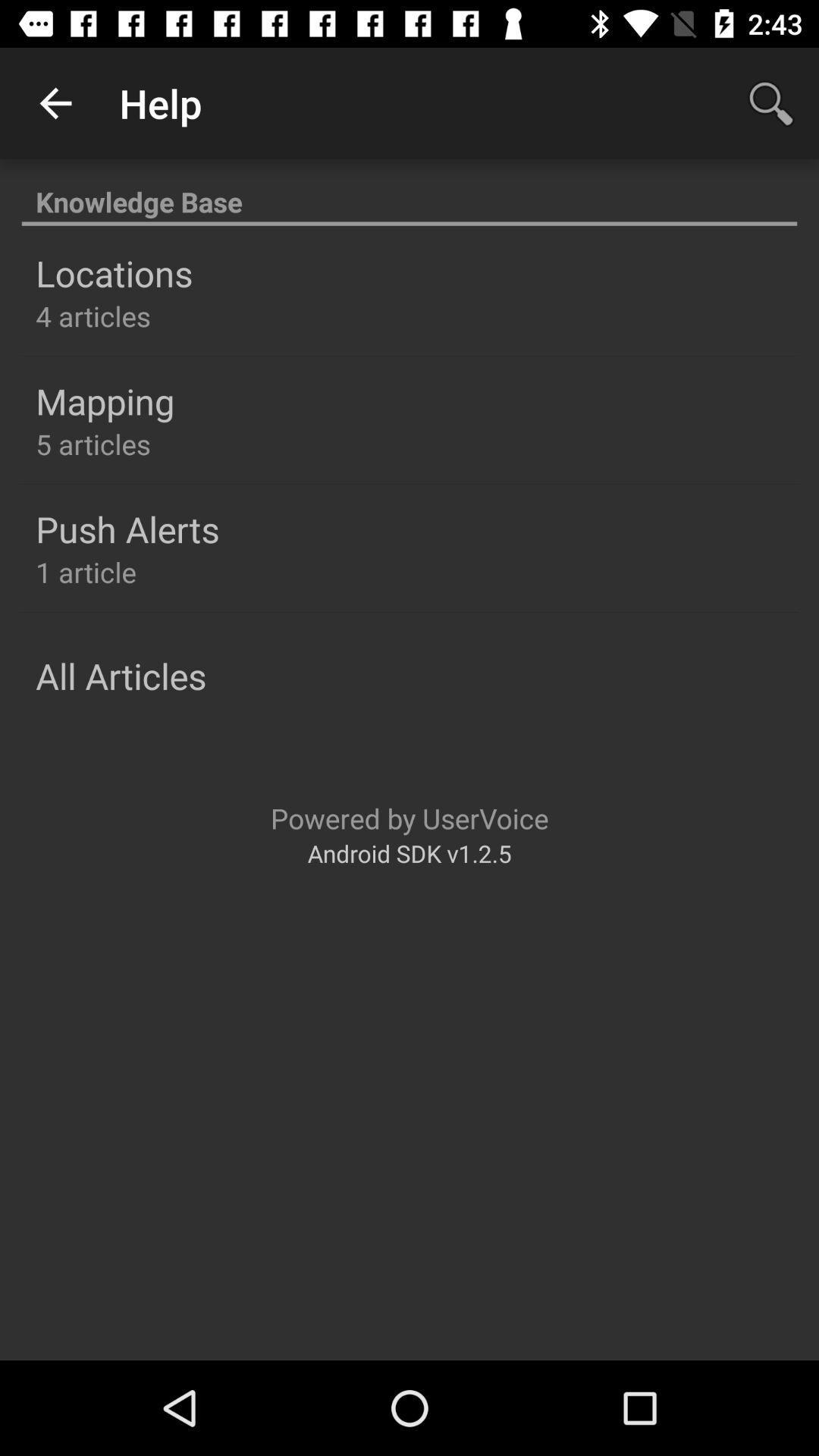 Image resolution: width=819 pixels, height=1456 pixels. What do you see at coordinates (771, 102) in the screenshot?
I see `the item above the knowledge base item` at bounding box center [771, 102].